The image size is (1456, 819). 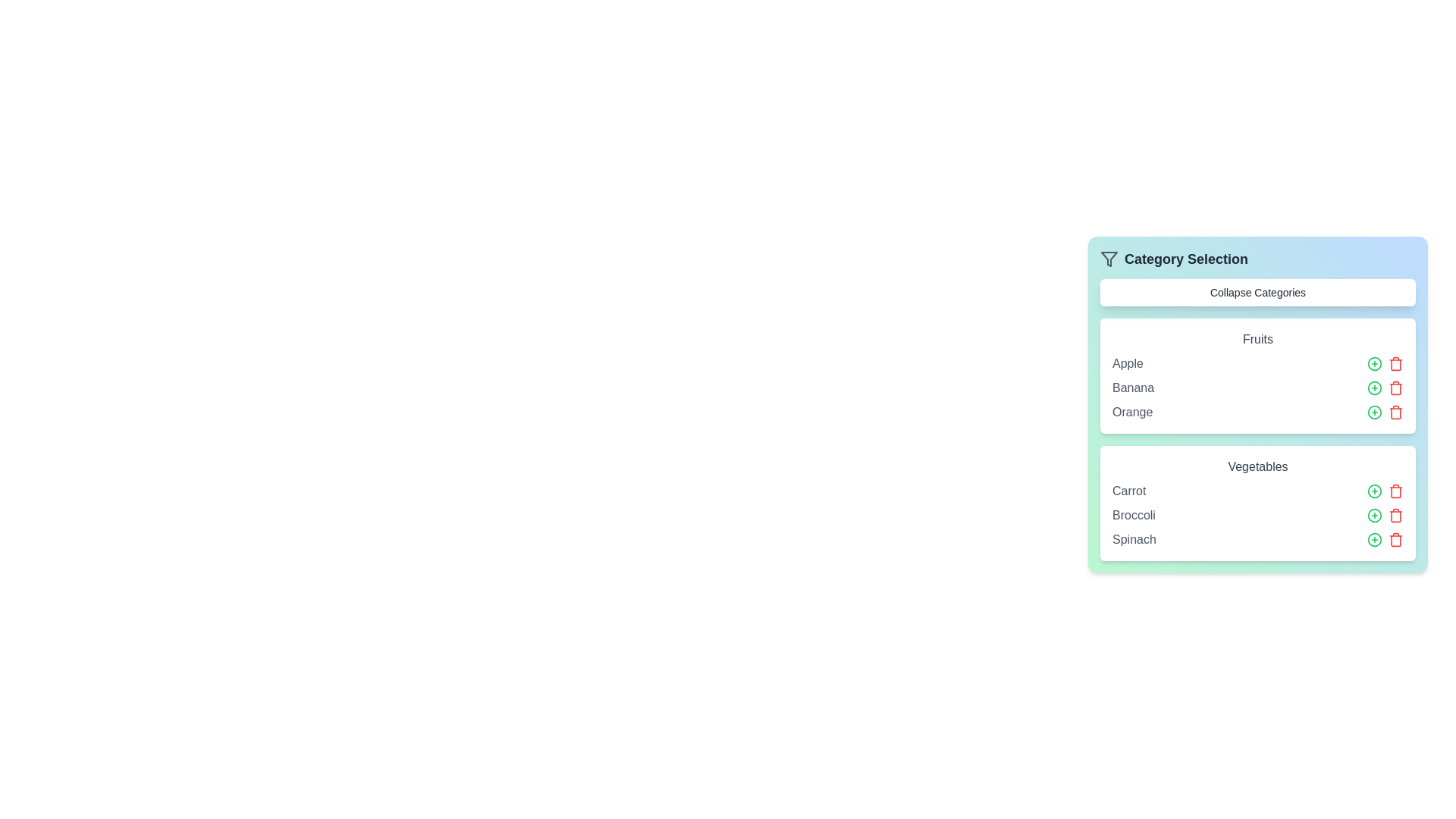 I want to click on the green '+' button next to the item Spinach to add it to the selected list, so click(x=1375, y=539).